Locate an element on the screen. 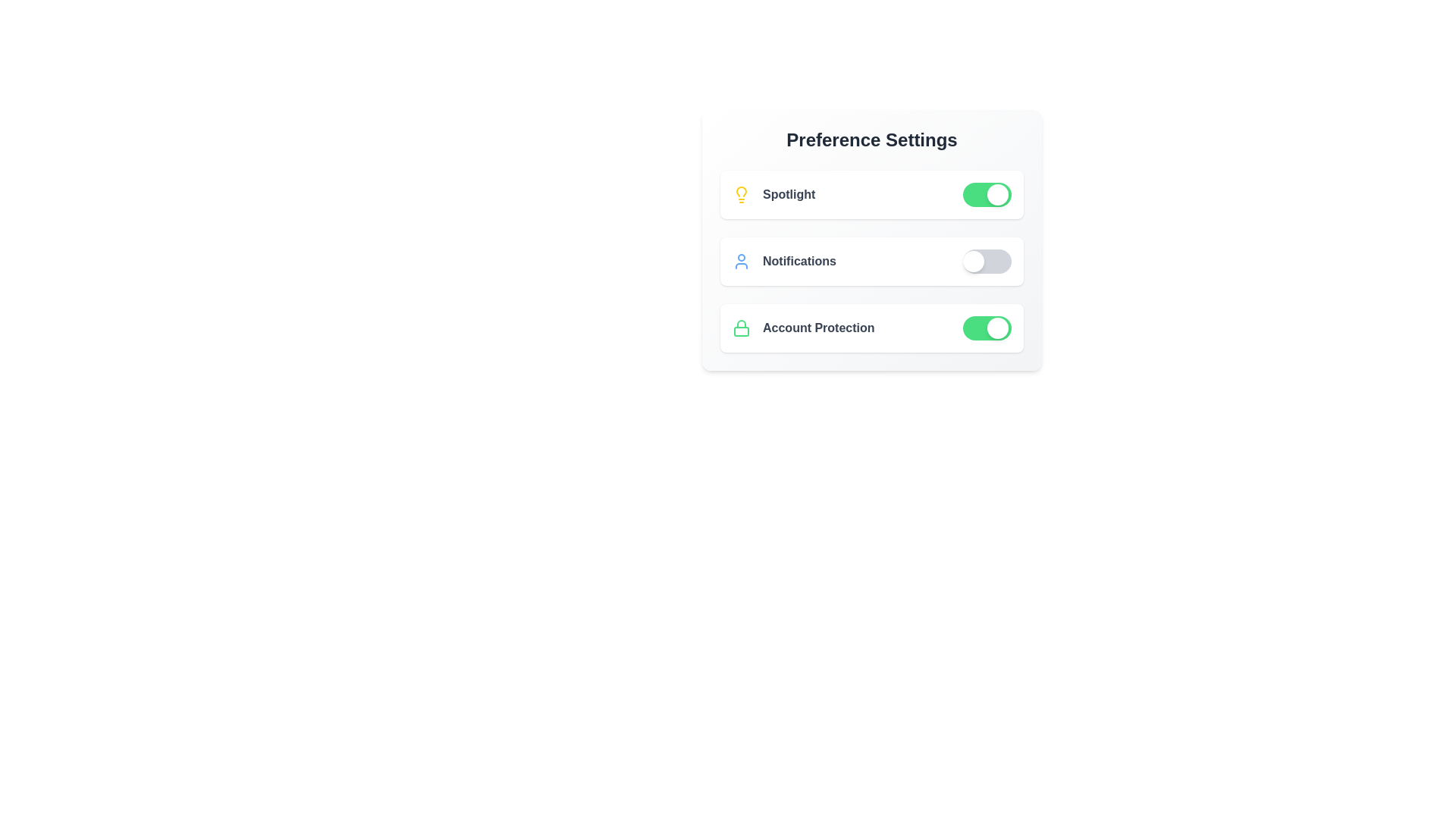 The image size is (1456, 819). the 'Account Protection' toggle switch to change its state is located at coordinates (987, 327).